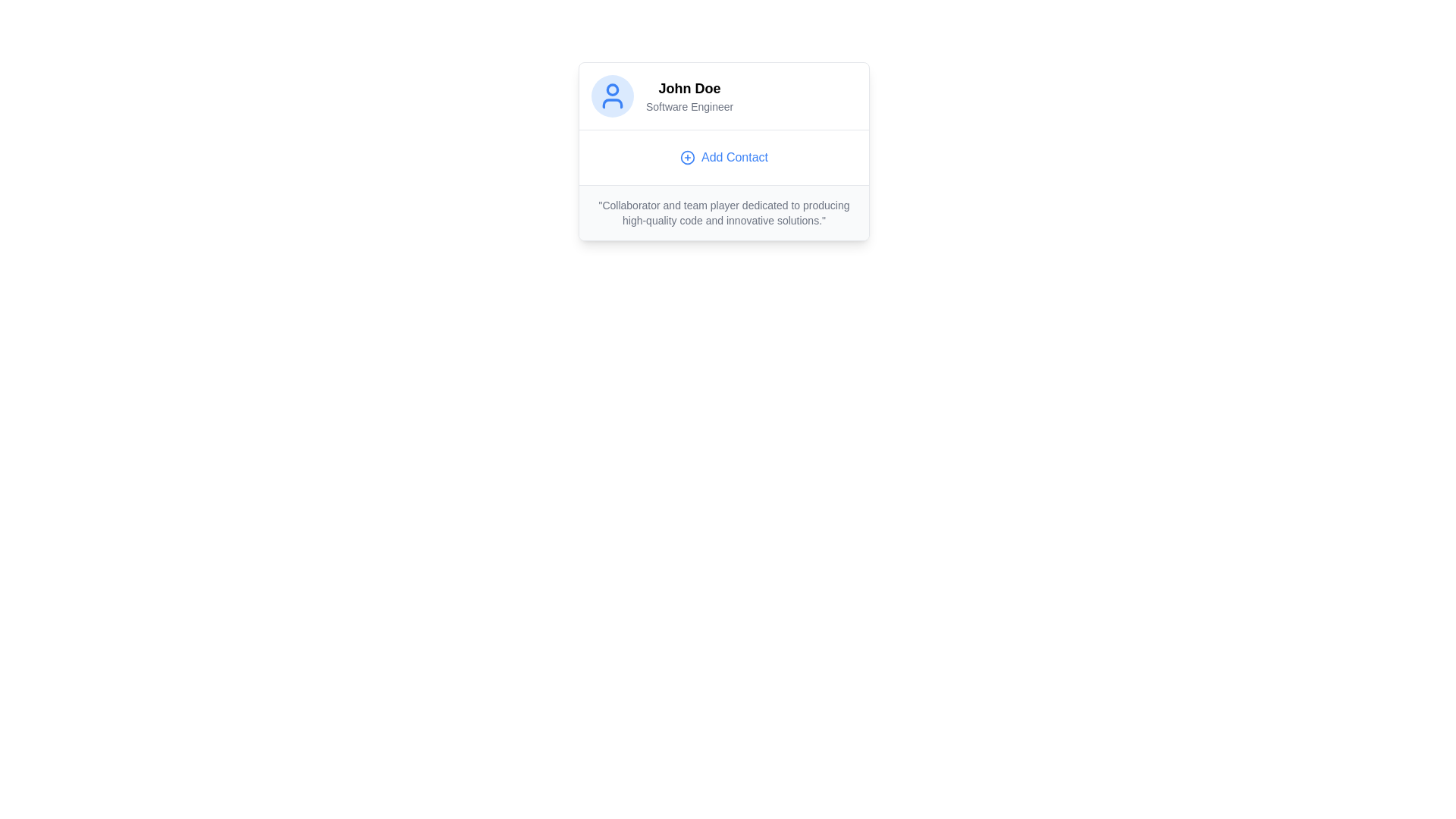 Image resolution: width=1456 pixels, height=819 pixels. I want to click on the static text element that provides a descriptive note or bio for the individual, located centrally below the 'John Doe' title and 'Add Contact' button in a light gray box at the bottom of the profile card, so click(723, 213).